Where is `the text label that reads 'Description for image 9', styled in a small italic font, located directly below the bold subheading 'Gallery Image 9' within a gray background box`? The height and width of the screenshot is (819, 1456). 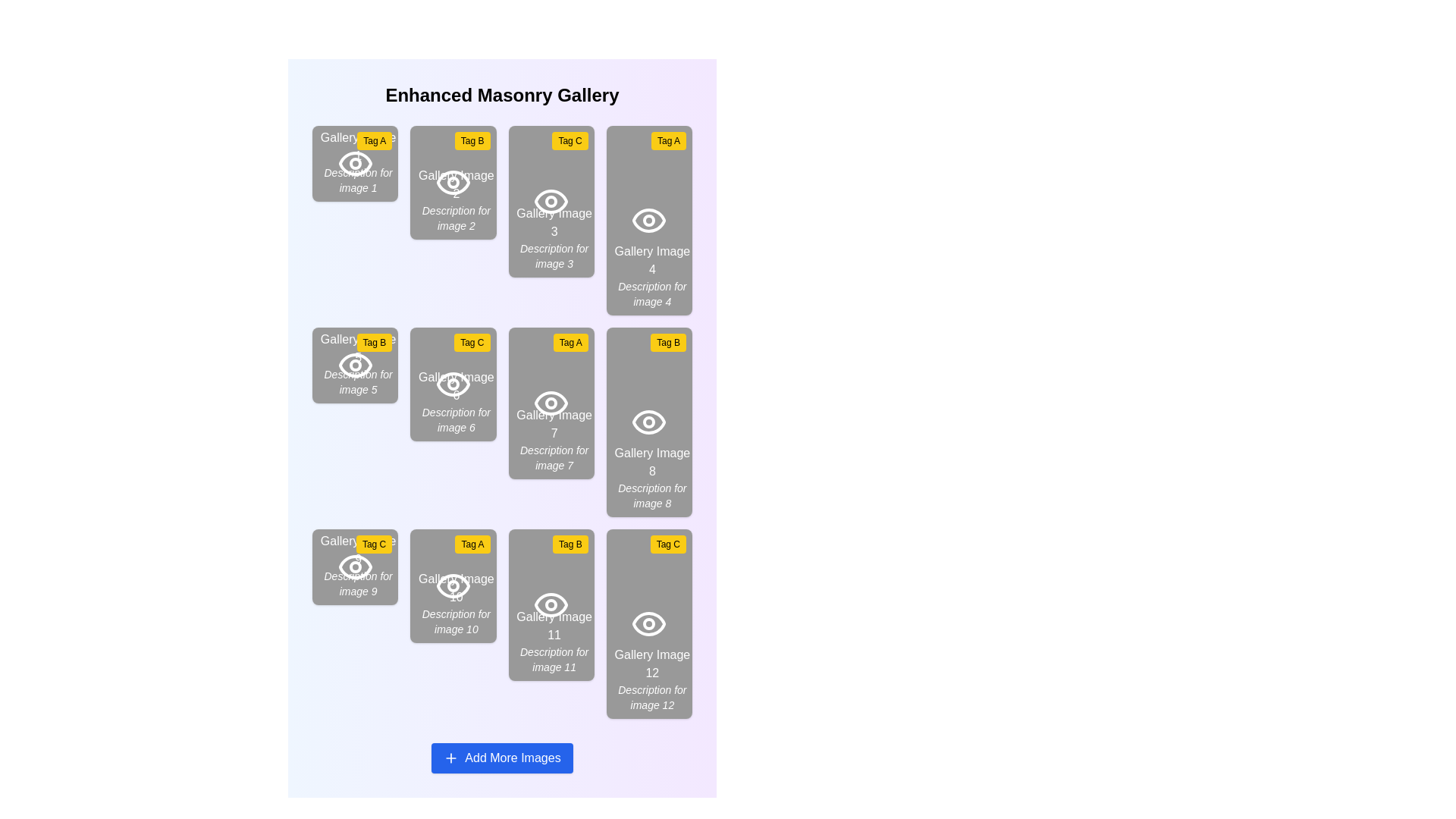
the text label that reads 'Description for image 9', styled in a small italic font, located directly below the bold subheading 'Gallery Image 9' within a gray background box is located at coordinates (357, 583).